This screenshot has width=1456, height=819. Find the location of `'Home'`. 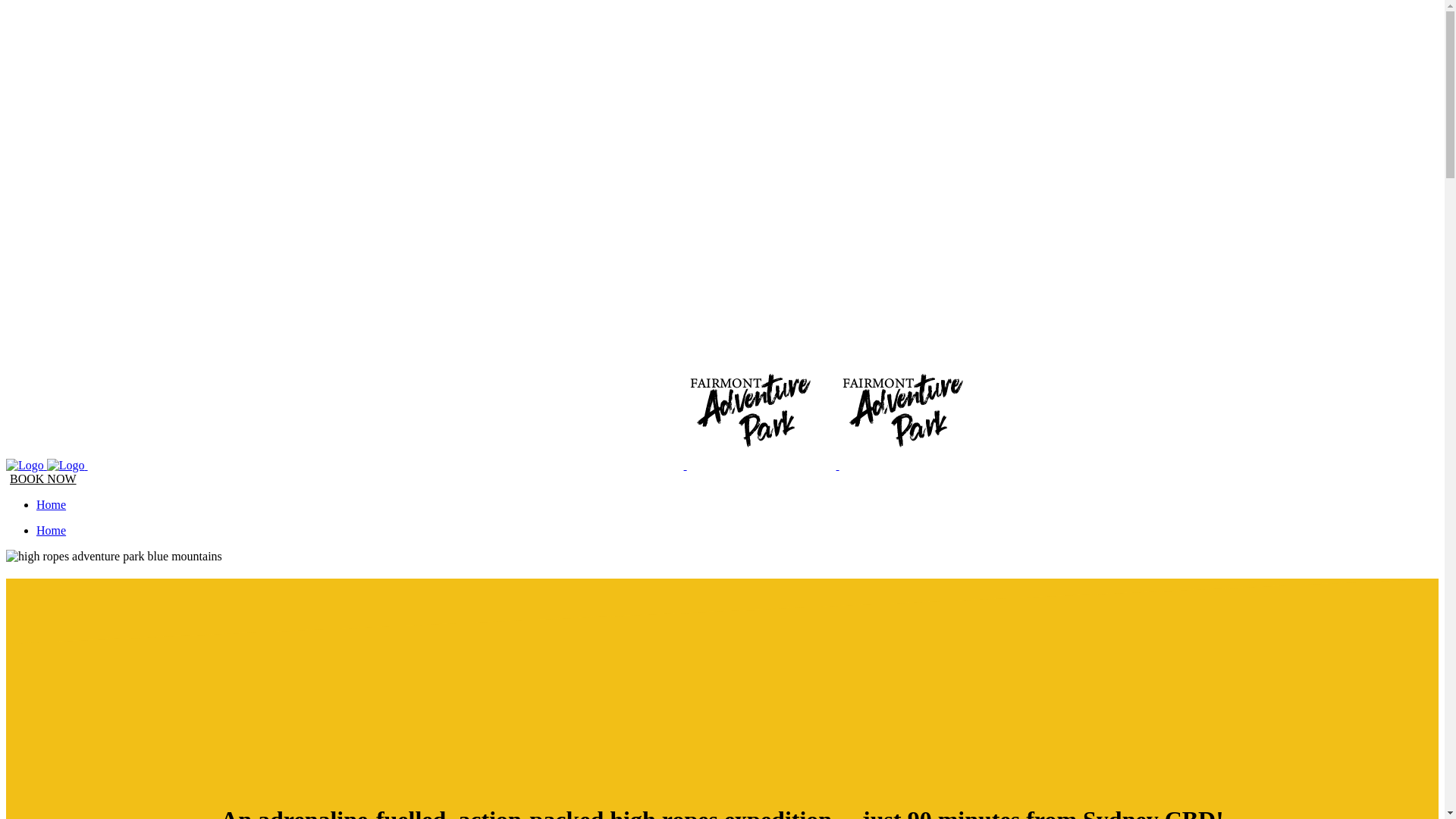

'Home' is located at coordinates (51, 529).